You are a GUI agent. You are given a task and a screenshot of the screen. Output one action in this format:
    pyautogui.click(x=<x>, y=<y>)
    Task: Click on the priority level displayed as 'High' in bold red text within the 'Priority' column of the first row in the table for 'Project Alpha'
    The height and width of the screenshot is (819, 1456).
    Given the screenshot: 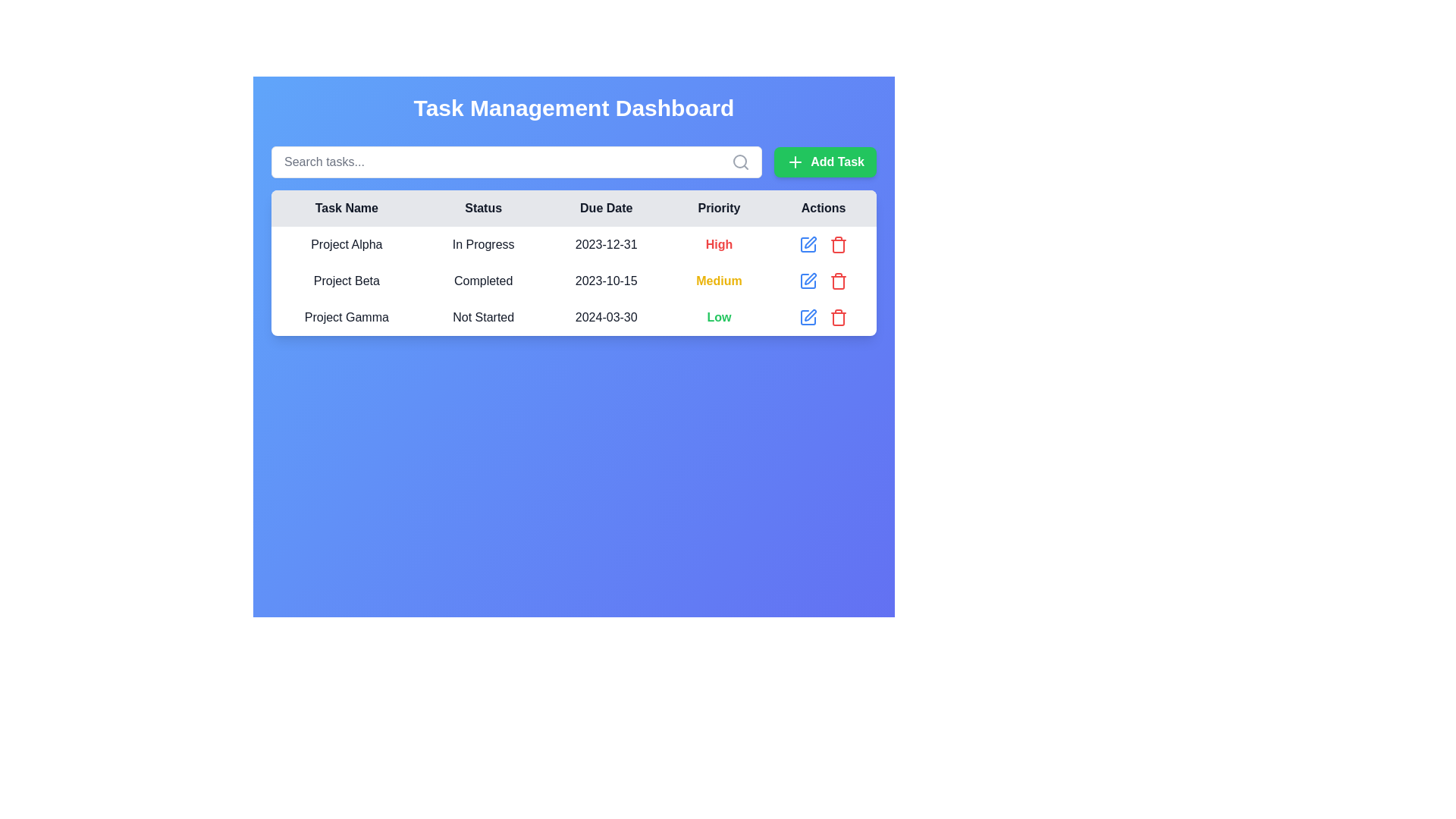 What is the action you would take?
    pyautogui.click(x=718, y=244)
    